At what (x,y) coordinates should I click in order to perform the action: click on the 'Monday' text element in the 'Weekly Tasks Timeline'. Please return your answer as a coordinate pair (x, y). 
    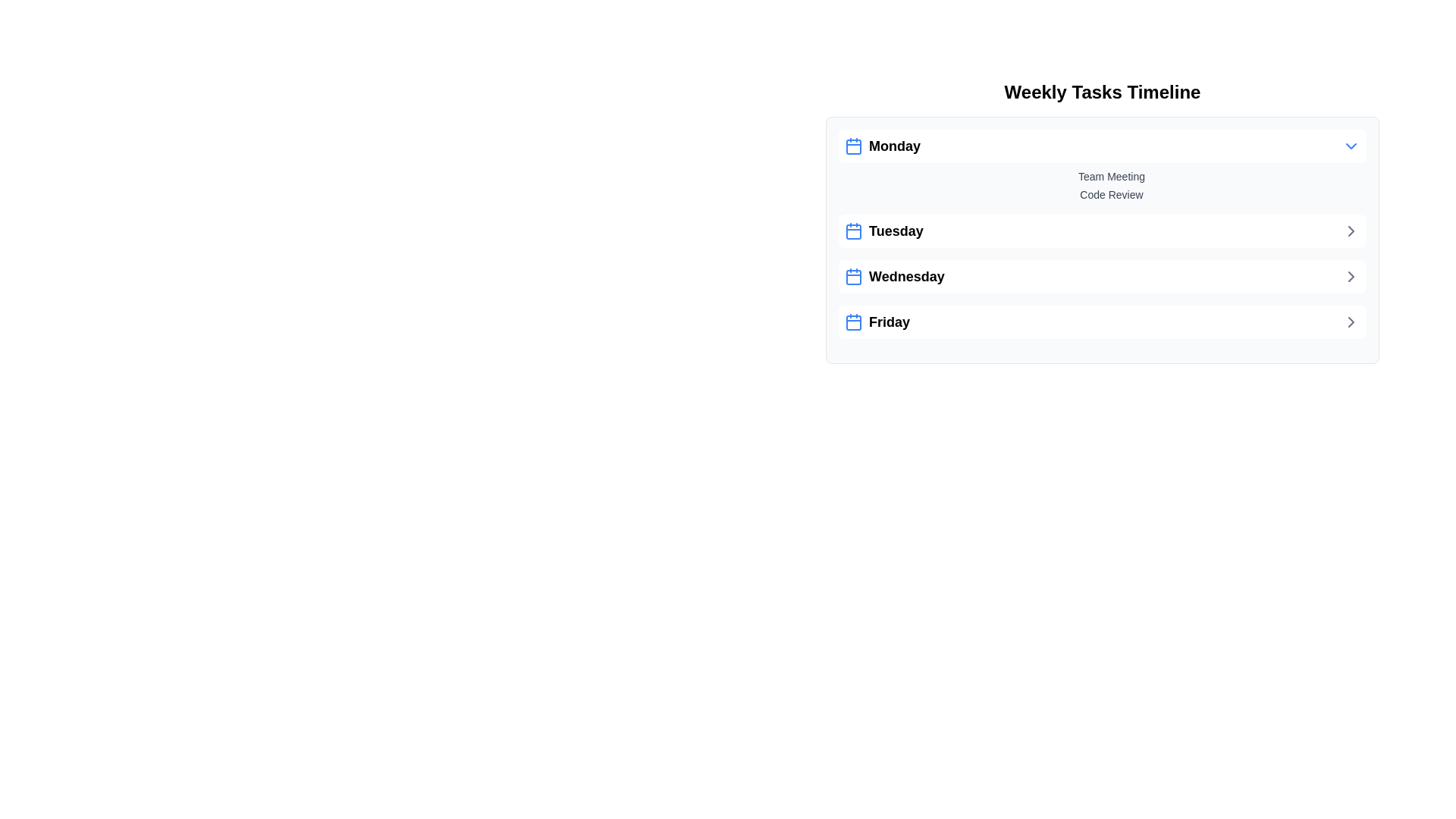
    Looking at the image, I should click on (883, 146).